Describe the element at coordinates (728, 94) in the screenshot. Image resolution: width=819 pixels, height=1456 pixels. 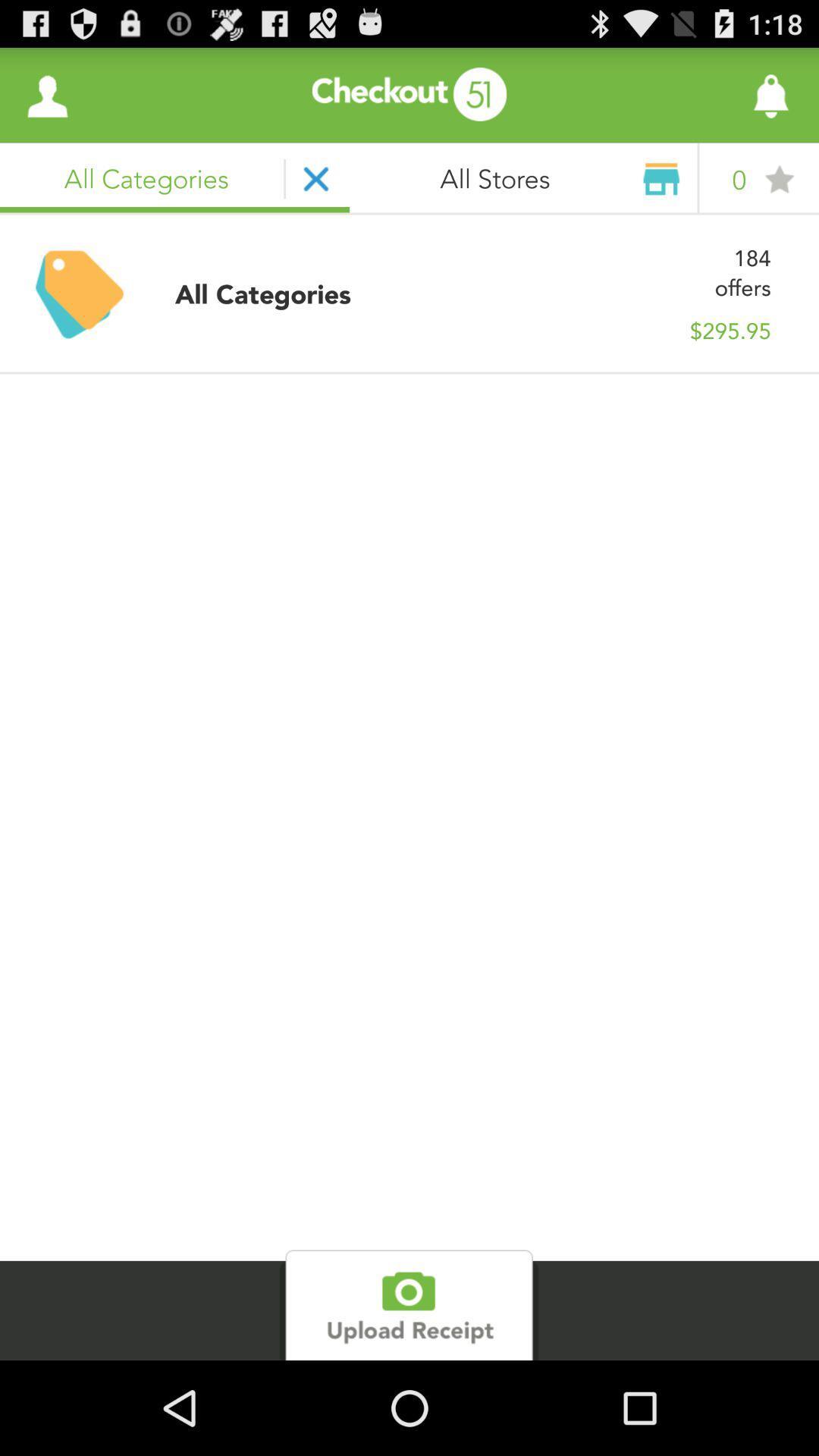
I see `like` at that location.